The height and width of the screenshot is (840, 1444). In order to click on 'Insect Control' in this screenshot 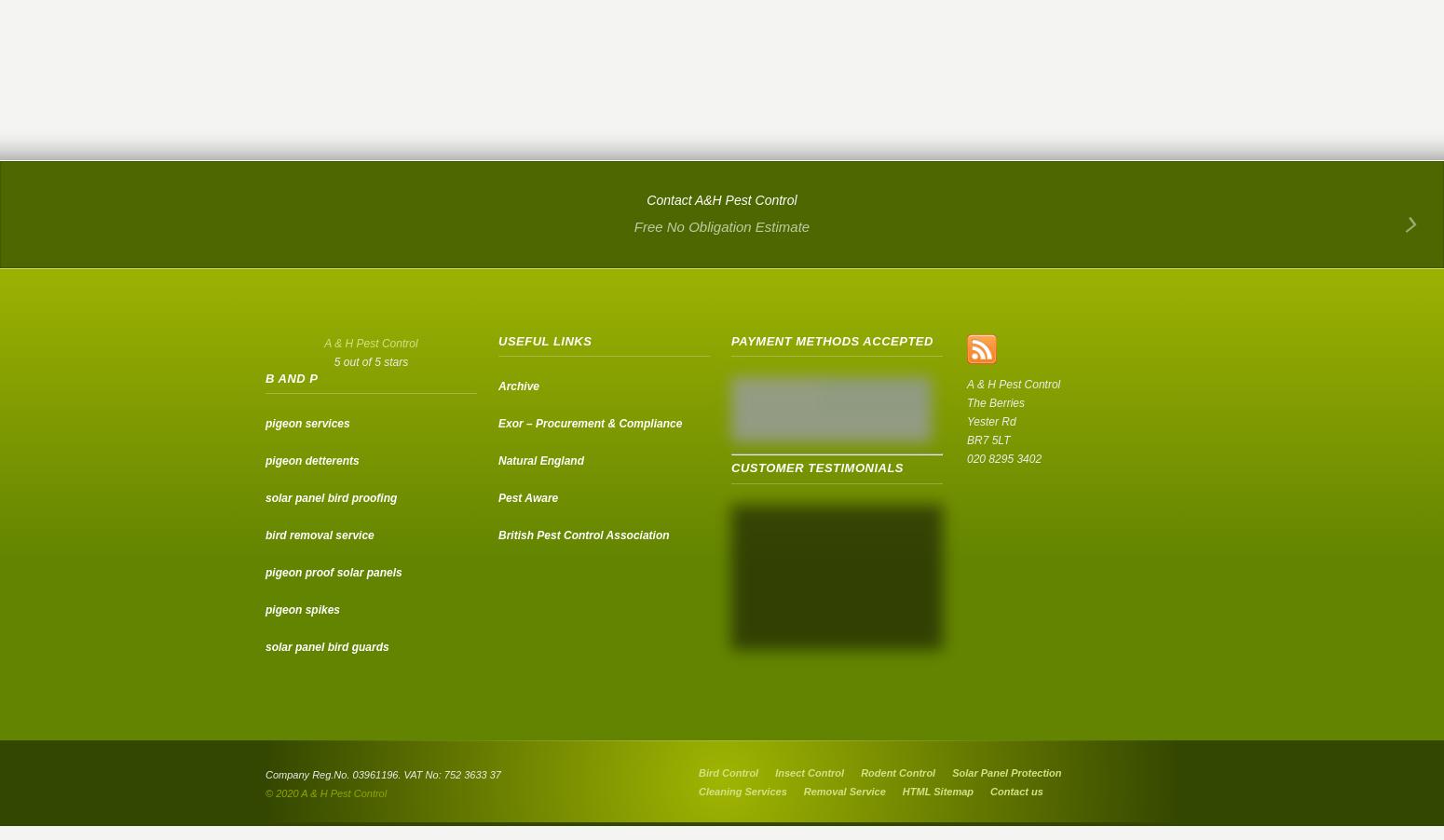, I will do `click(809, 773)`.